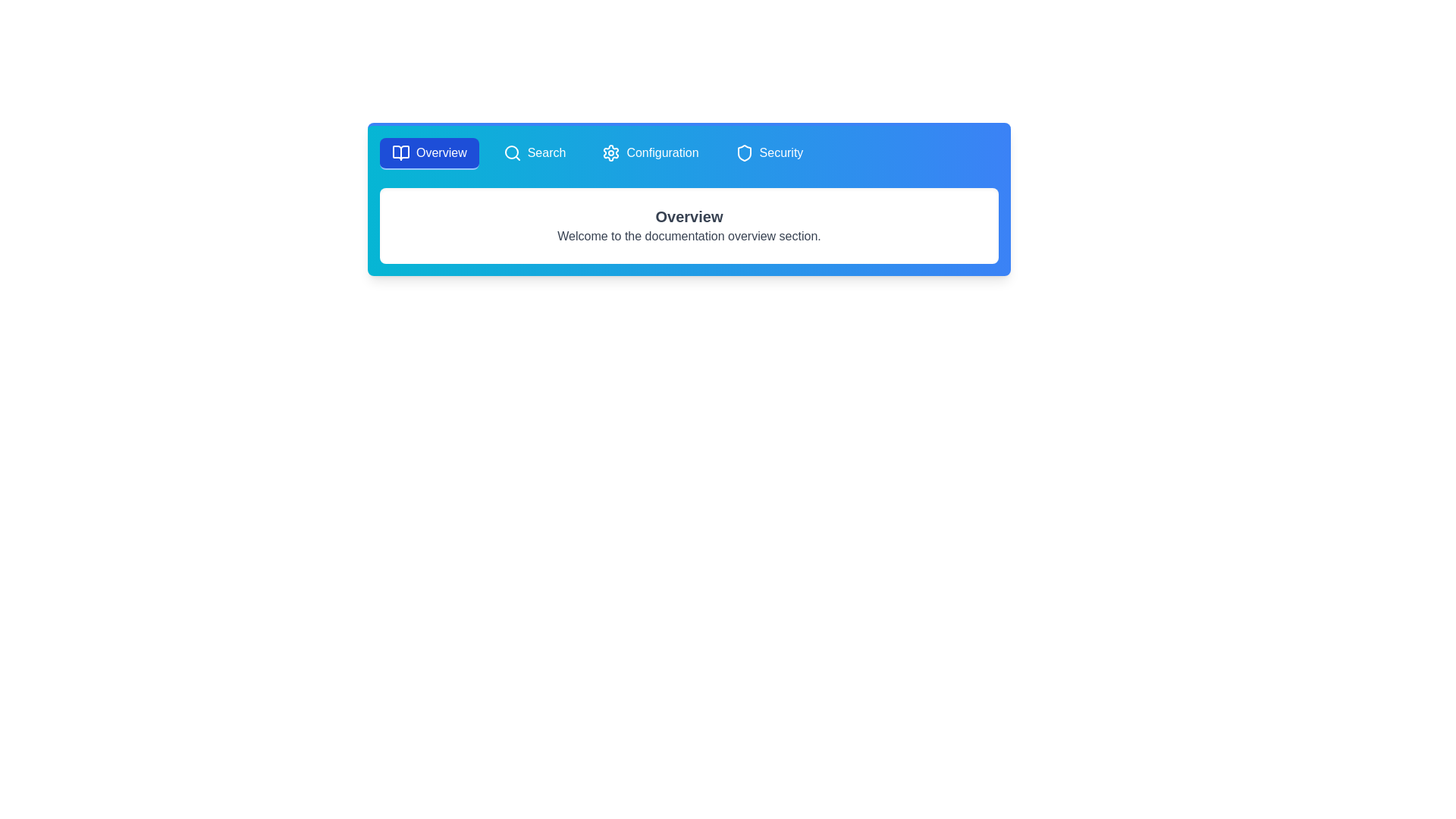 The width and height of the screenshot is (1456, 819). Describe the element at coordinates (428, 154) in the screenshot. I see `the 'Overview' button, which features a book icon and is styled with a rounded blue background and white text` at that location.